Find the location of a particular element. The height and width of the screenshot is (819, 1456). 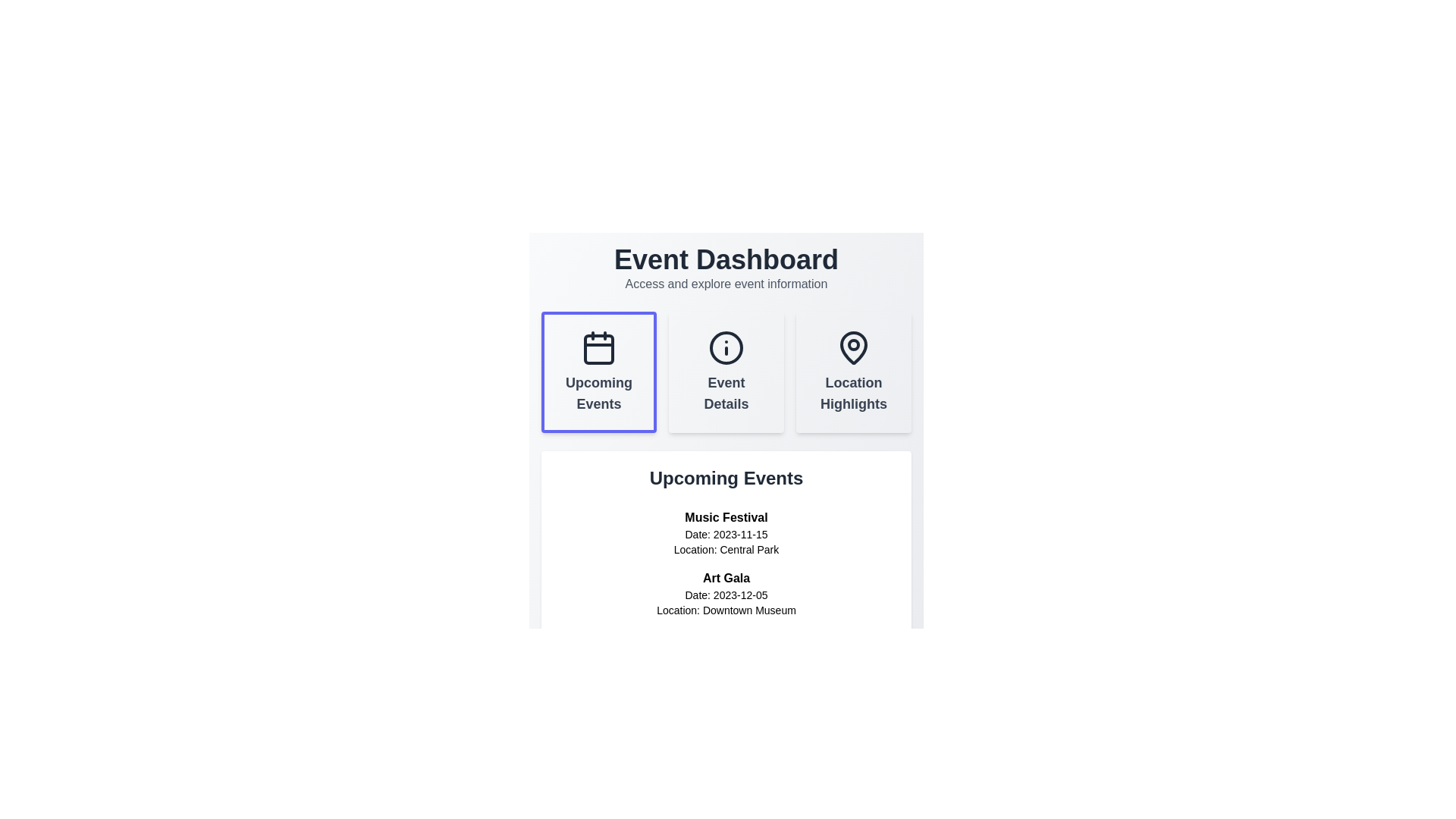

the Clickable Card element that contains a circular 'i' icon and the text 'Event Details' in bold gray color is located at coordinates (726, 372).